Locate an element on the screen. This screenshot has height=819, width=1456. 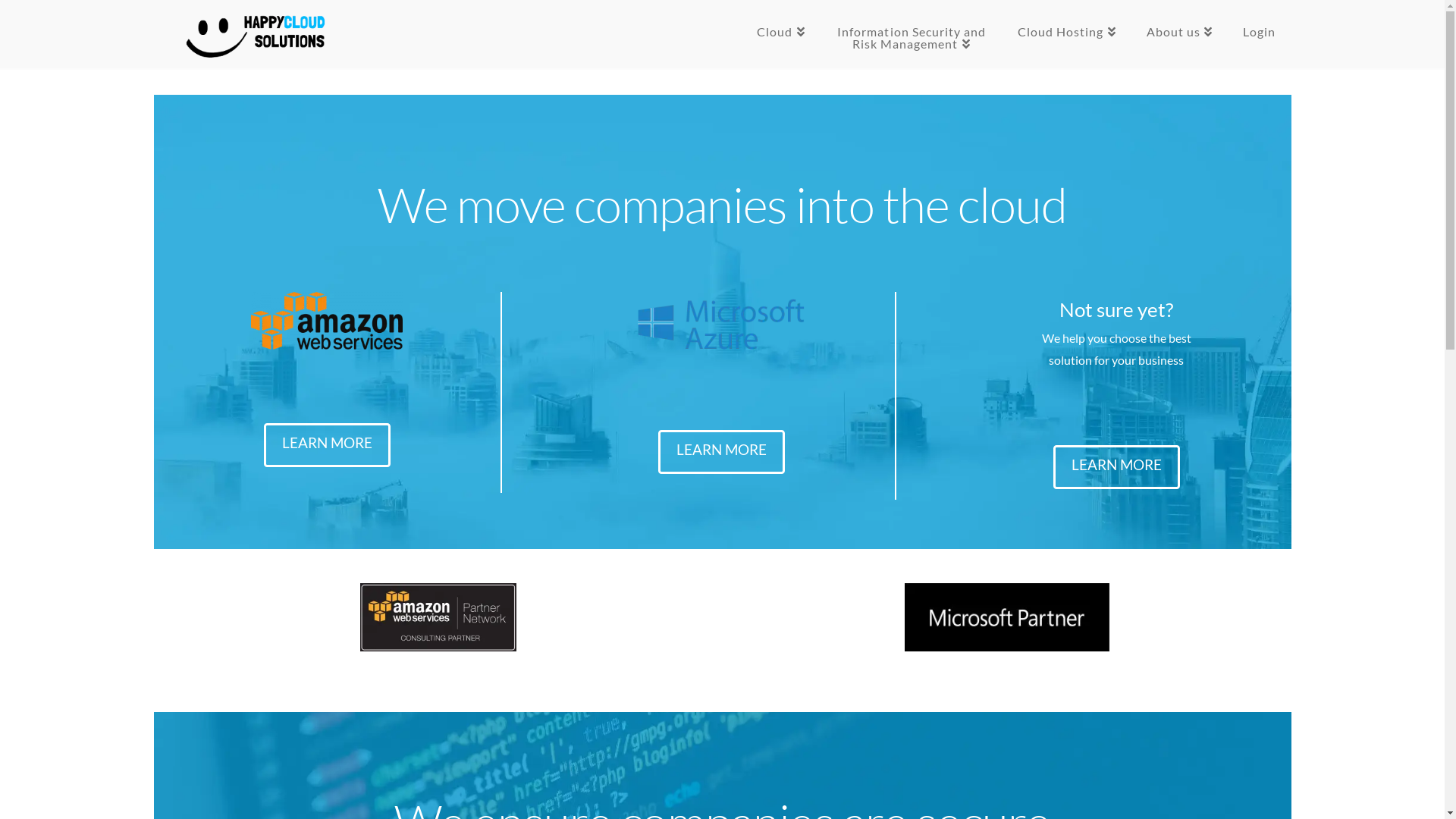
'Login' is located at coordinates (1259, 34).